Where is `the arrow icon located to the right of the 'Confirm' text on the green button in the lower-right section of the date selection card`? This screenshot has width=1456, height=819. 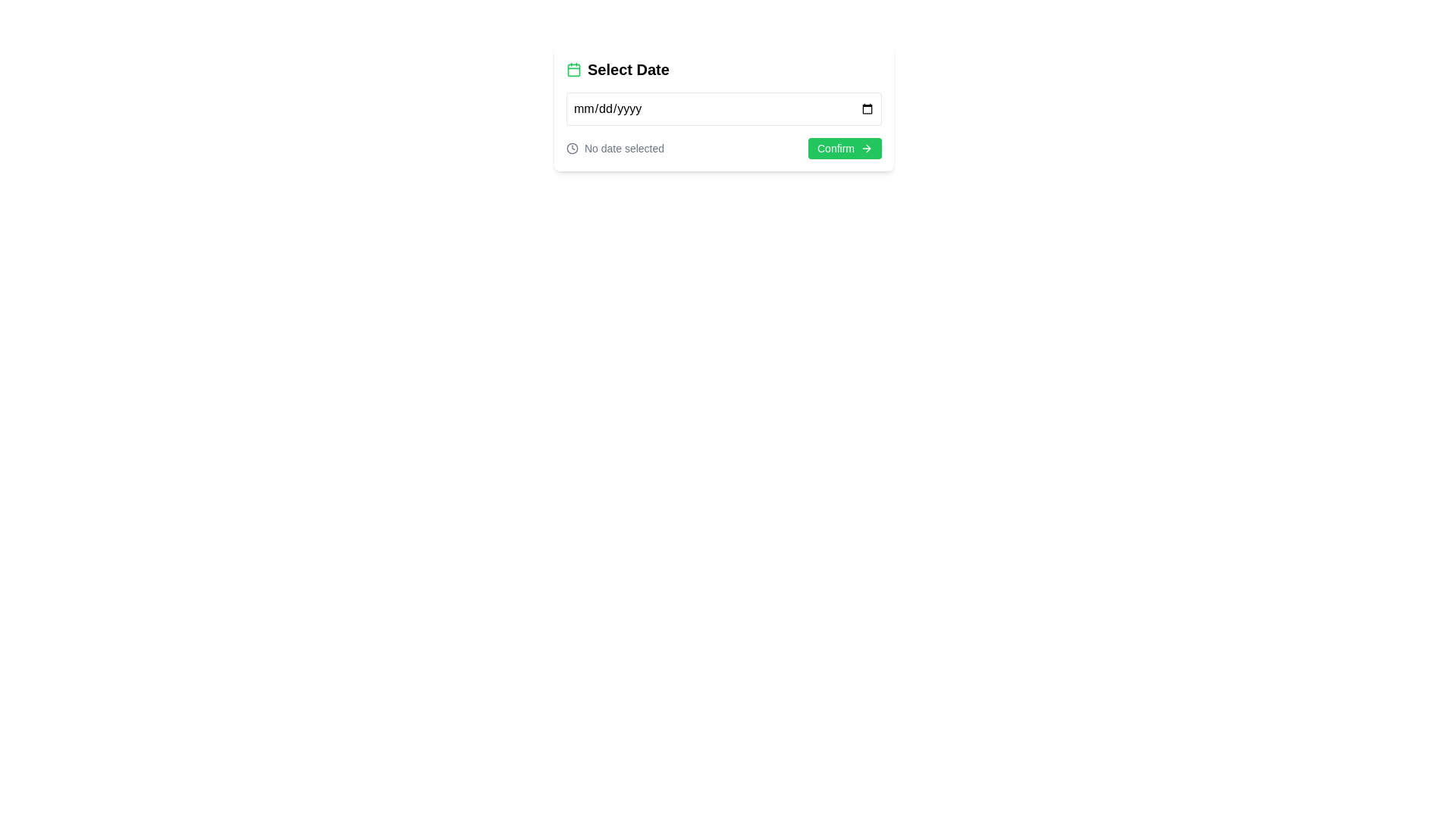 the arrow icon located to the right of the 'Confirm' text on the green button in the lower-right section of the date selection card is located at coordinates (866, 149).